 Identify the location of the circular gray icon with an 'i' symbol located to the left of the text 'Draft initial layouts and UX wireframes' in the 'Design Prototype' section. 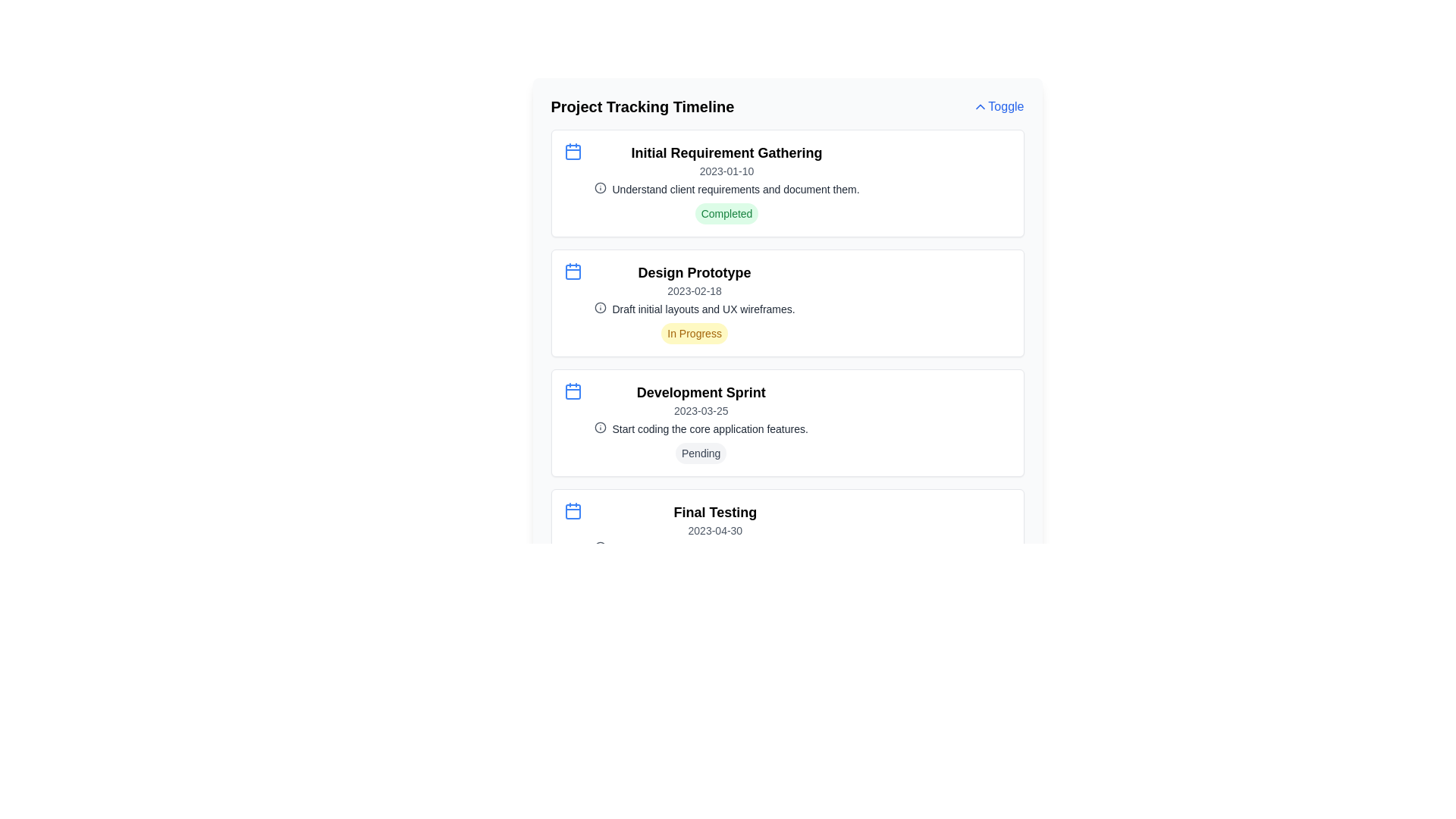
(599, 307).